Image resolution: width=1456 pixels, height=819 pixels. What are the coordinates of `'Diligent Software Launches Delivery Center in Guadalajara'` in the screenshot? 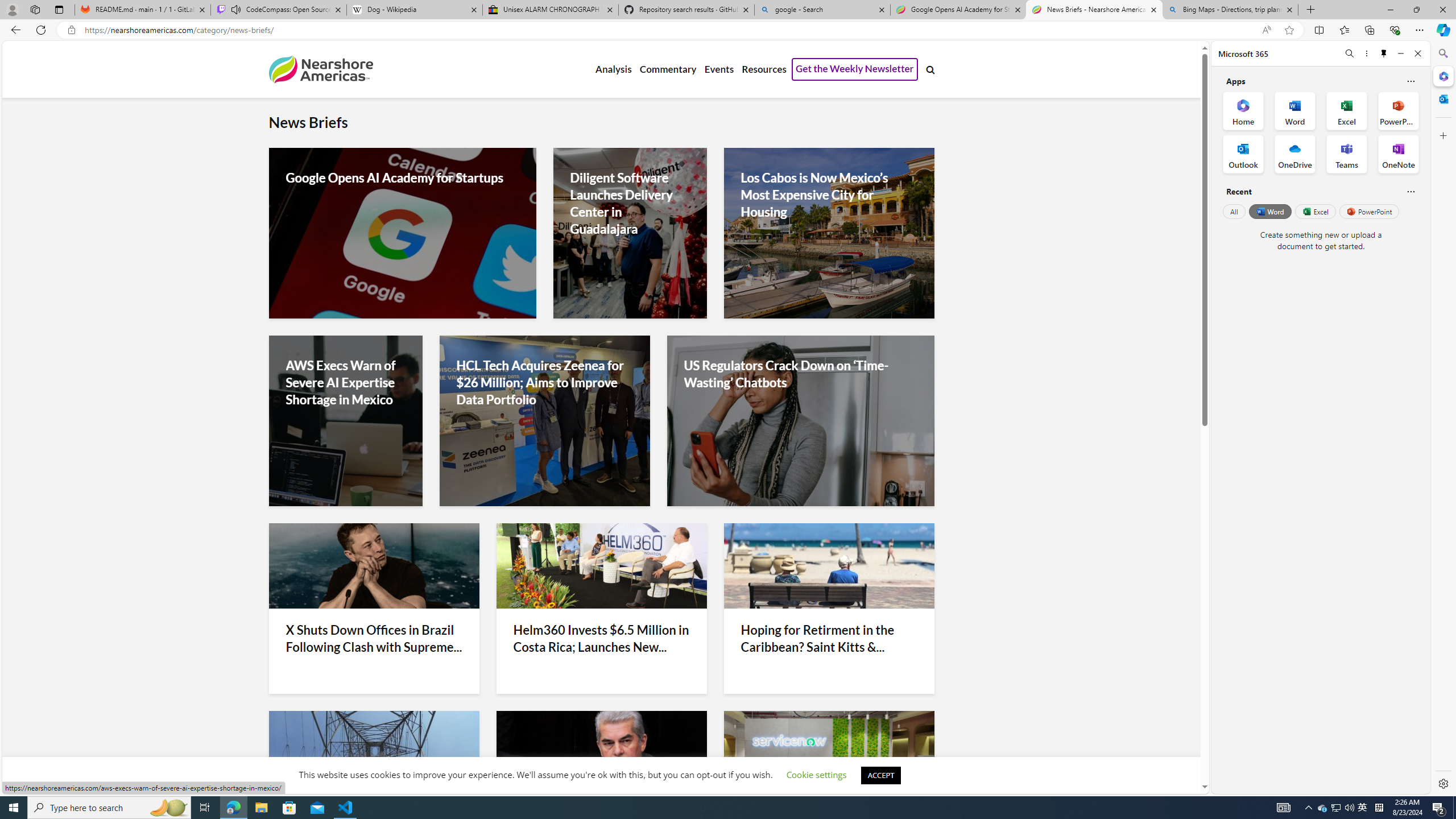 It's located at (629, 202).